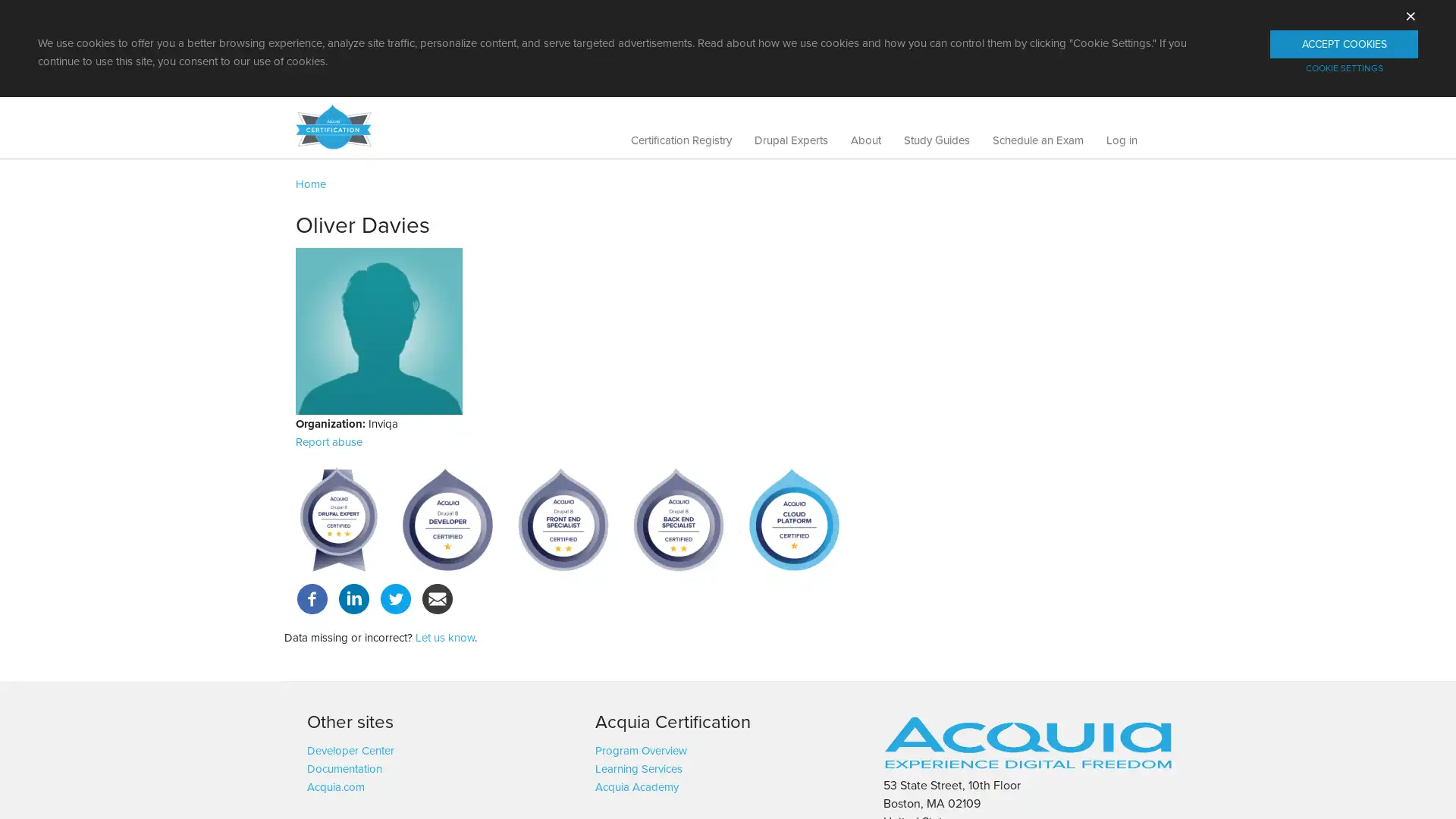 Image resolution: width=1456 pixels, height=819 pixels. Describe the element at coordinates (1344, 43) in the screenshot. I see `ACCEPT COOKIES` at that location.